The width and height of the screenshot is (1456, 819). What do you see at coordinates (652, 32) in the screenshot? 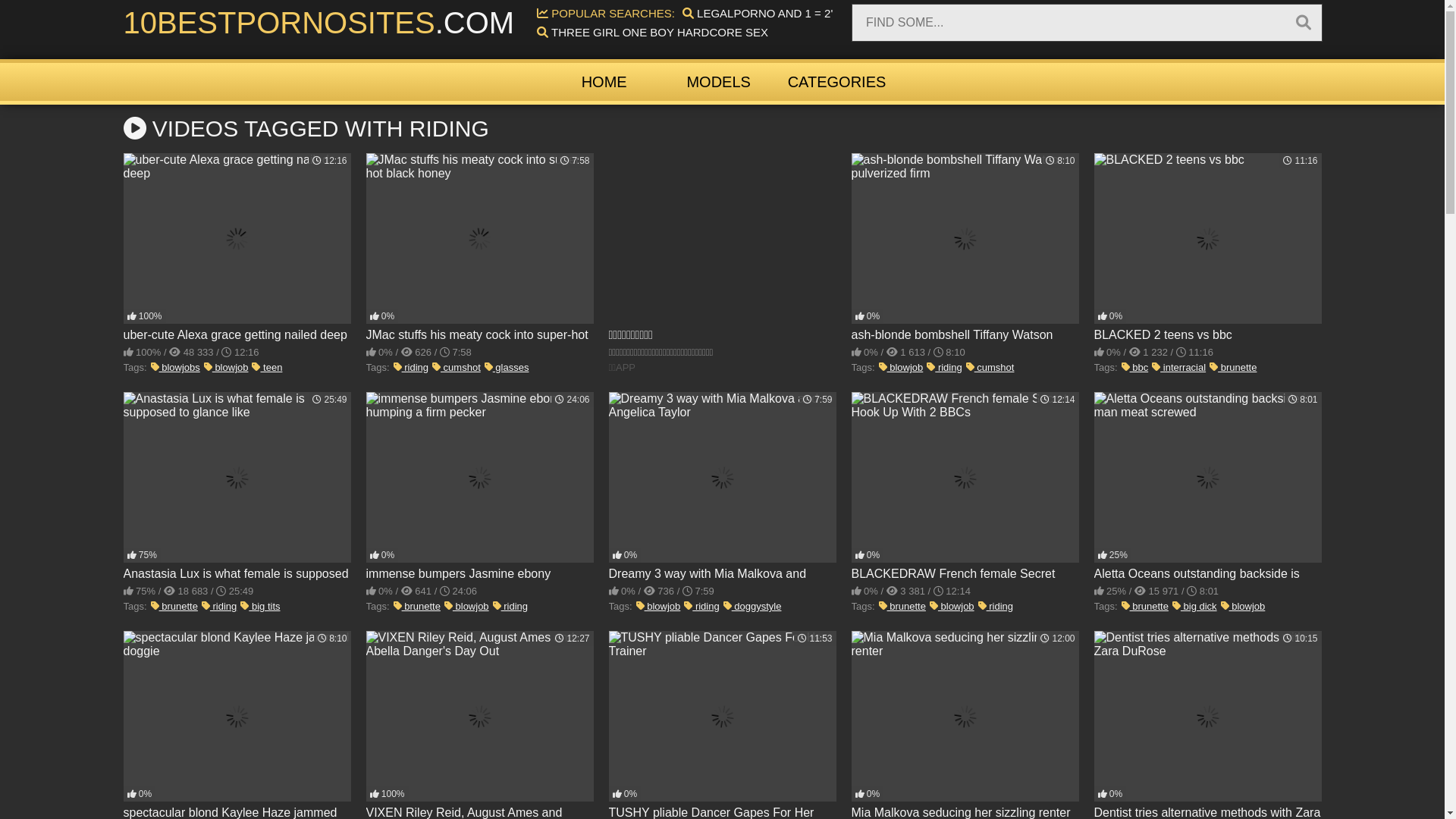
I see `'THREE GIRL ONE BOY HARDCORE SEX'` at bounding box center [652, 32].